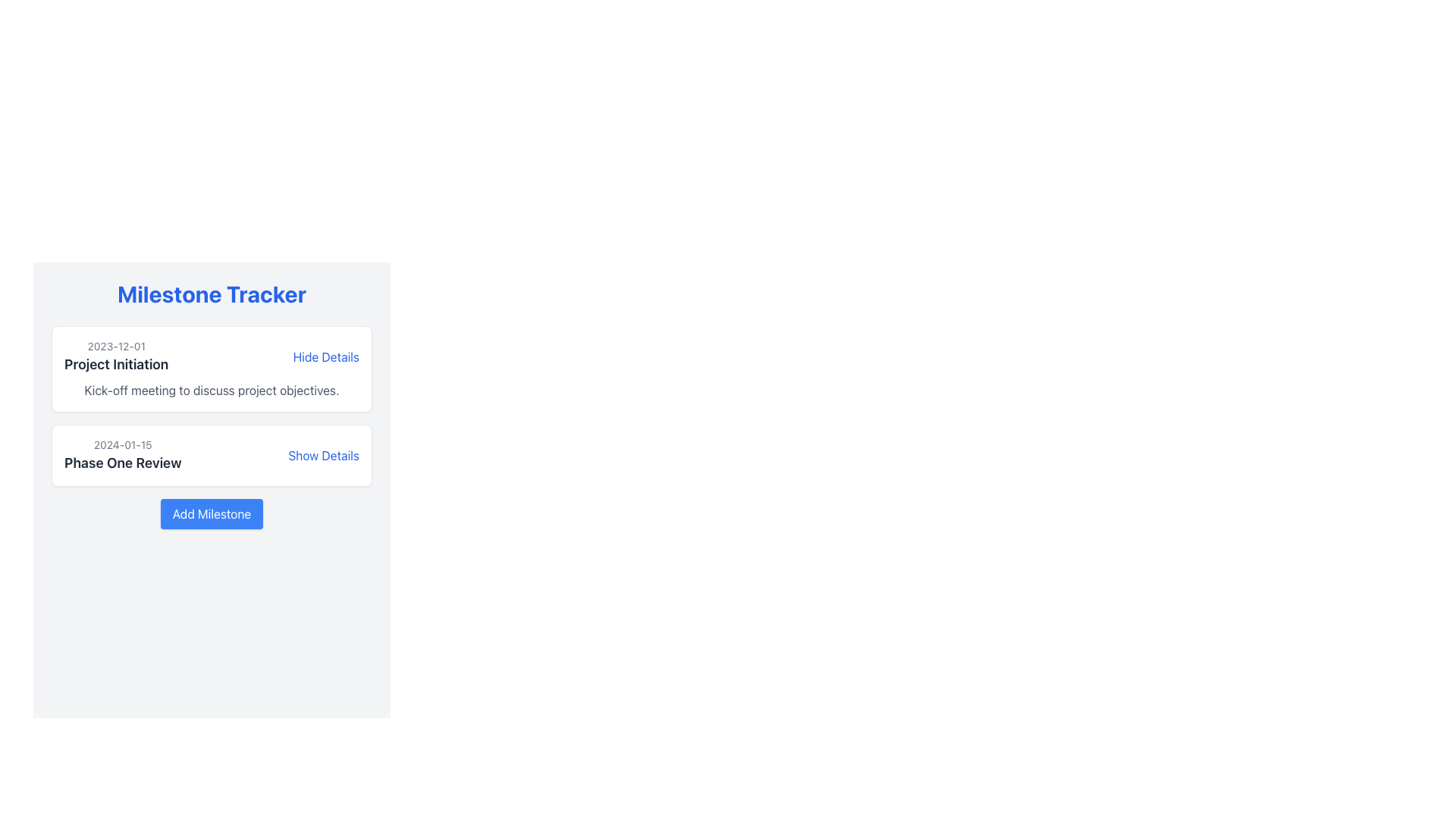  Describe the element at coordinates (115, 365) in the screenshot. I see `the Text Label displaying 'Project Initiation' which is located under the date label '2023-12-01' in the first milestone card of the 'Milestone Tracker' section` at that location.